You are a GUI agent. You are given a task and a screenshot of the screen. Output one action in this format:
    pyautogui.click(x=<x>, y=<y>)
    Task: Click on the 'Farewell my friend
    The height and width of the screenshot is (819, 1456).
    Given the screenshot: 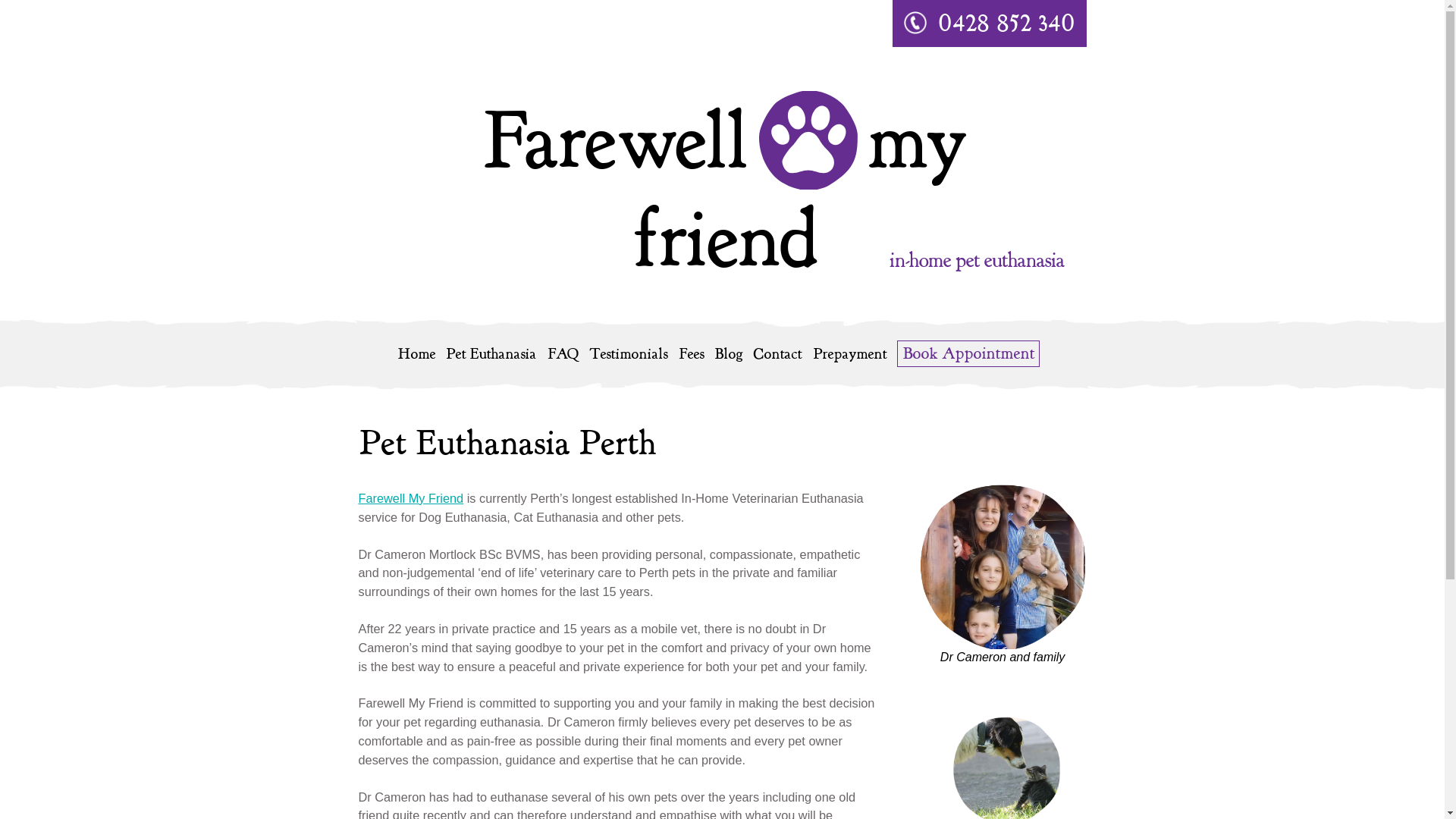 What is the action you would take?
    pyautogui.click(x=720, y=202)
    